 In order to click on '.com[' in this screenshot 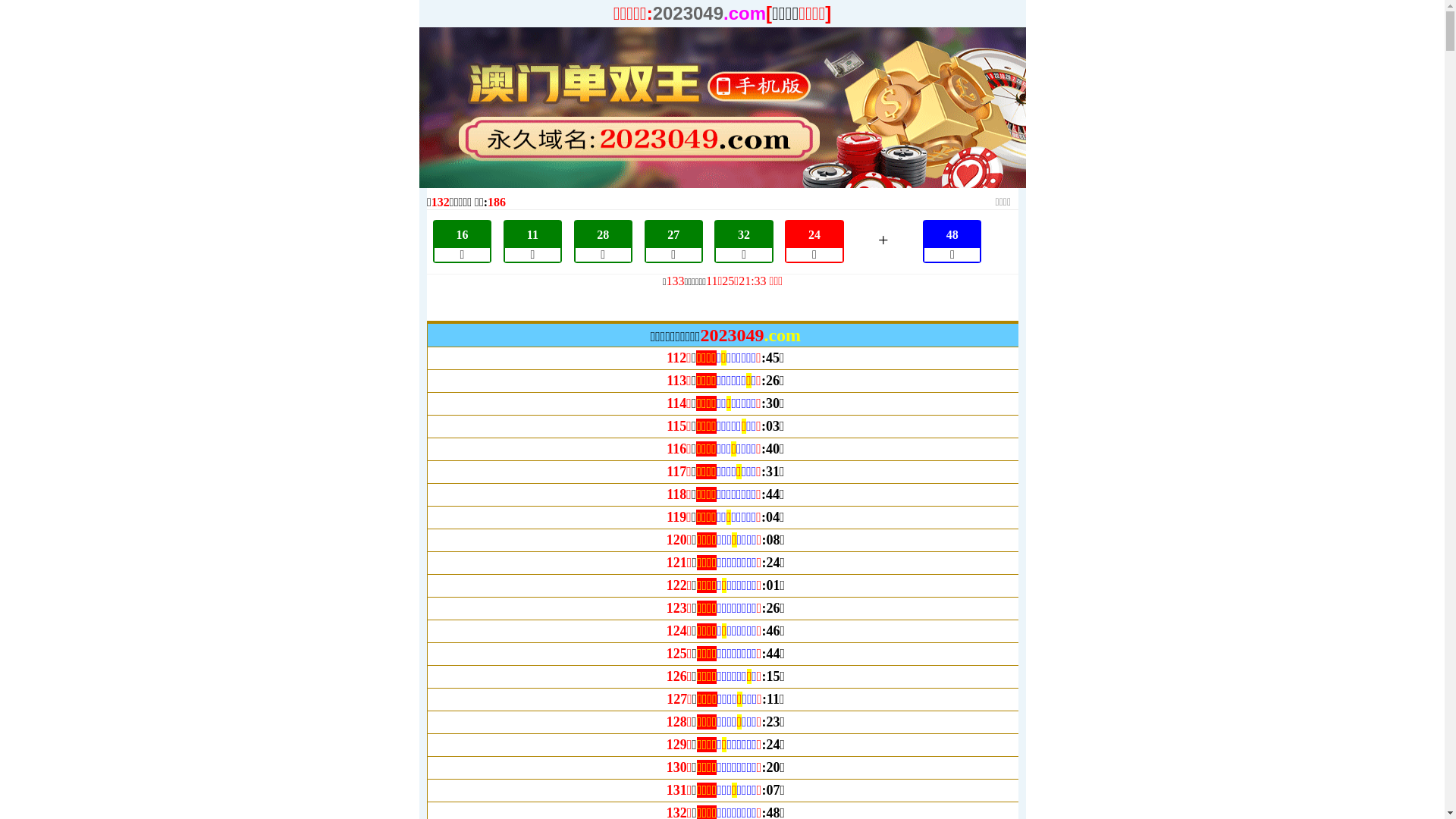, I will do `click(723, 13)`.